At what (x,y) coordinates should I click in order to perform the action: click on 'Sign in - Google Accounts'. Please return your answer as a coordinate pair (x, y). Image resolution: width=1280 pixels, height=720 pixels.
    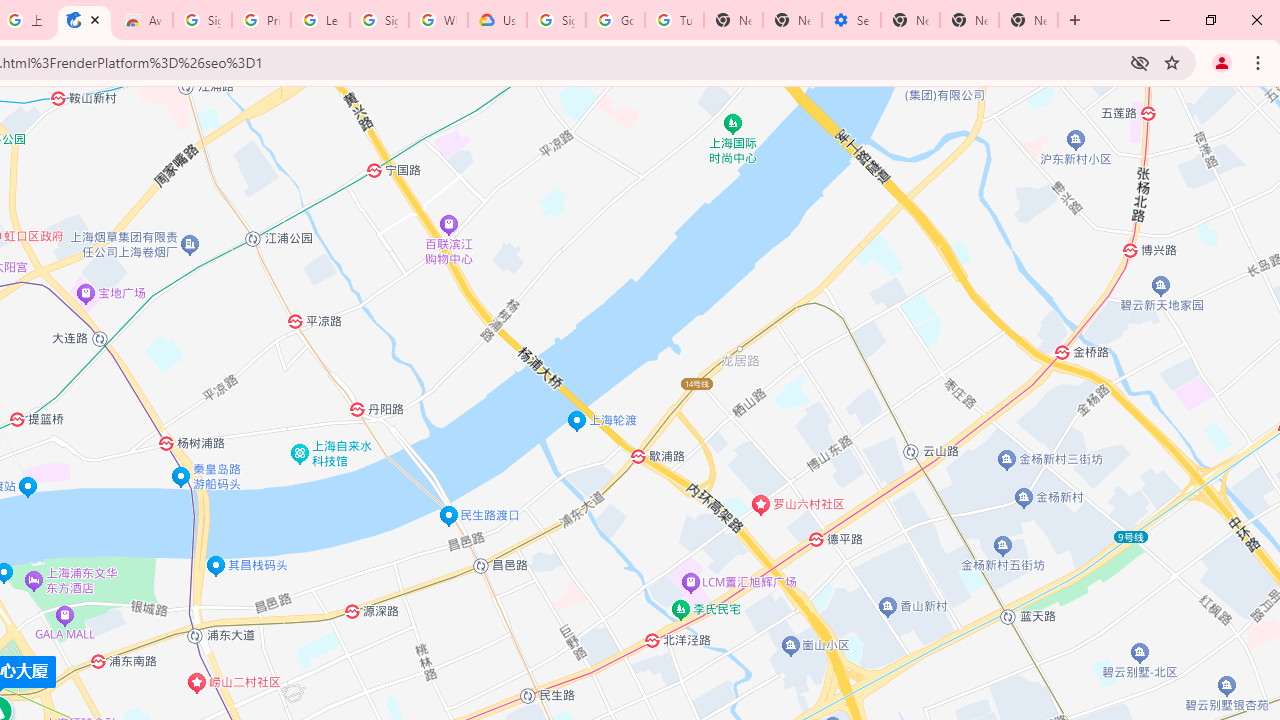
    Looking at the image, I should click on (556, 20).